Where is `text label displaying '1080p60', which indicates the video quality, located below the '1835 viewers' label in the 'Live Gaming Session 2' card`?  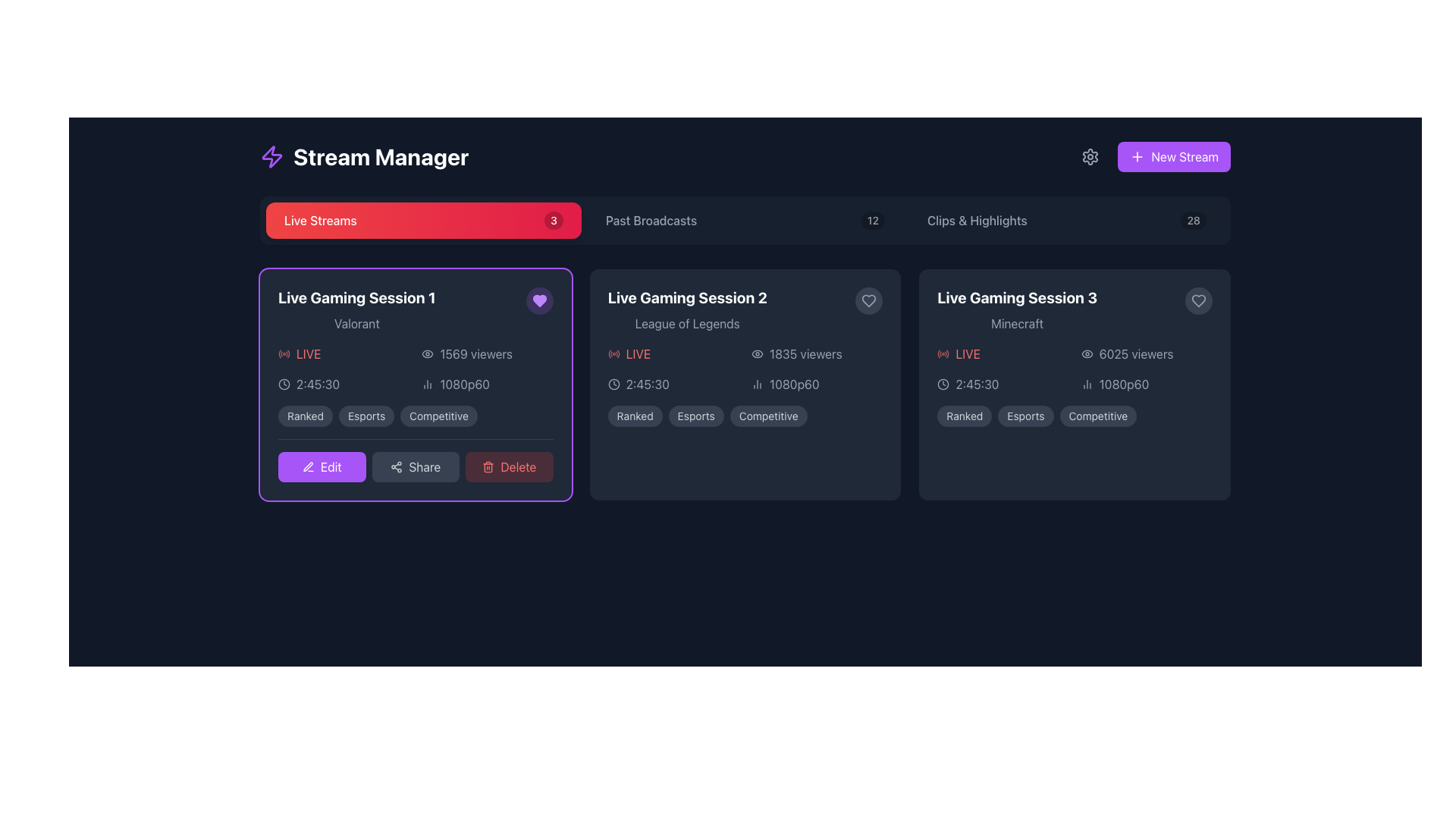
text label displaying '1080p60', which indicates the video quality, located below the '1835 viewers' label in the 'Live Gaming Session 2' card is located at coordinates (793, 383).